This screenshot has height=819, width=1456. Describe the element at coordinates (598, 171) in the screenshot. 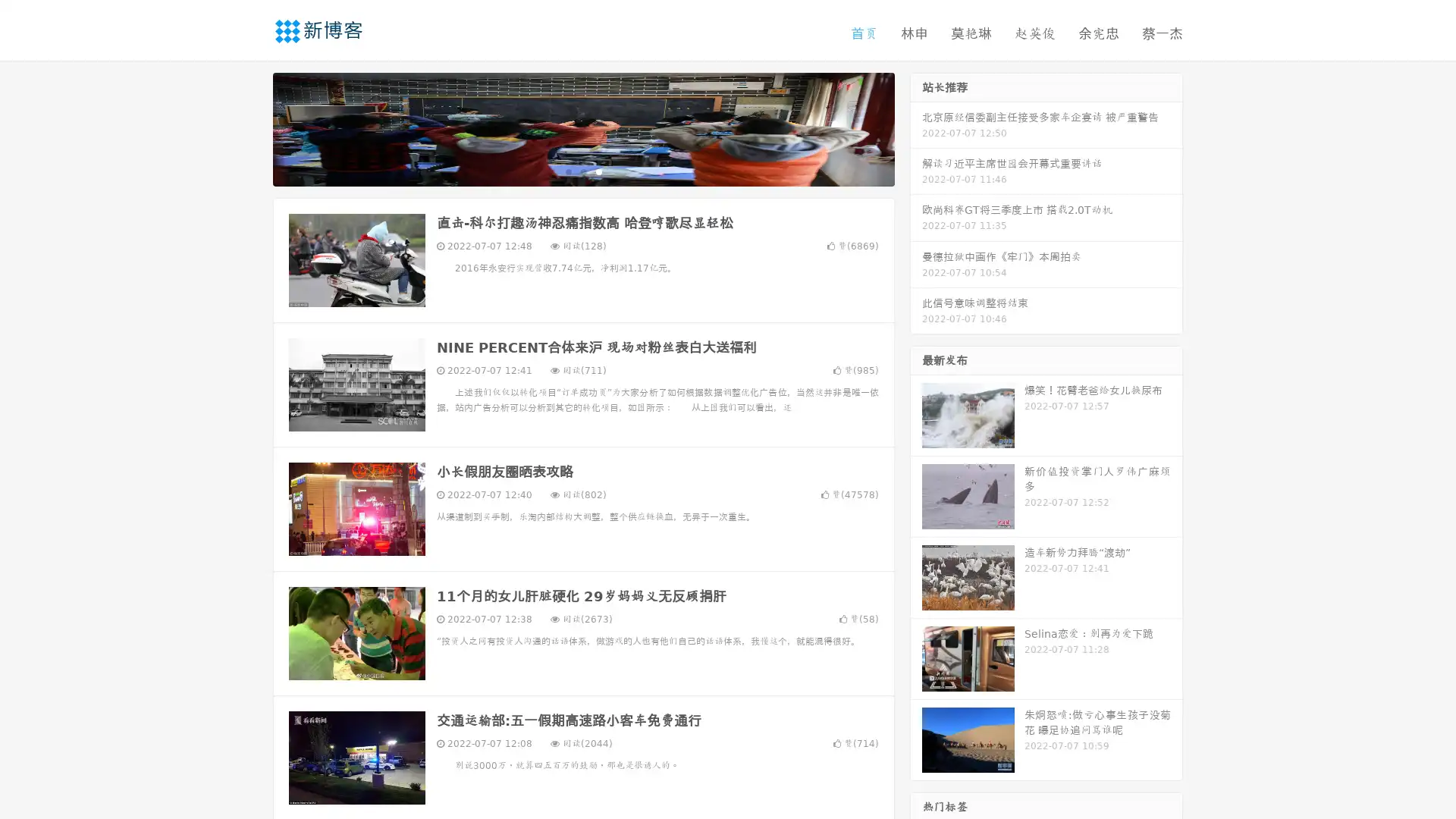

I see `Go to slide 3` at that location.